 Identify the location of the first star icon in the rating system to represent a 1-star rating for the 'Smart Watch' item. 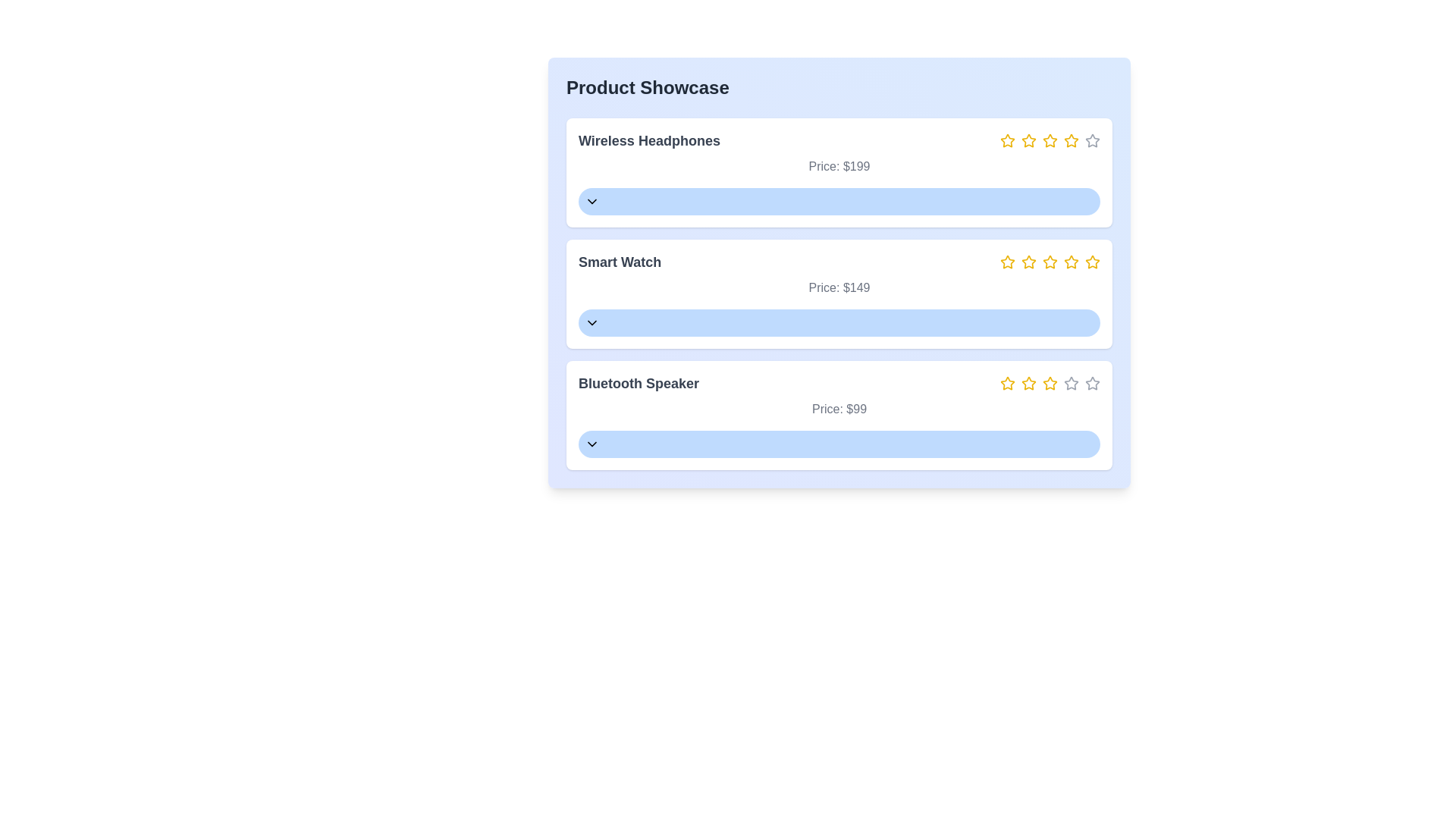
(1008, 262).